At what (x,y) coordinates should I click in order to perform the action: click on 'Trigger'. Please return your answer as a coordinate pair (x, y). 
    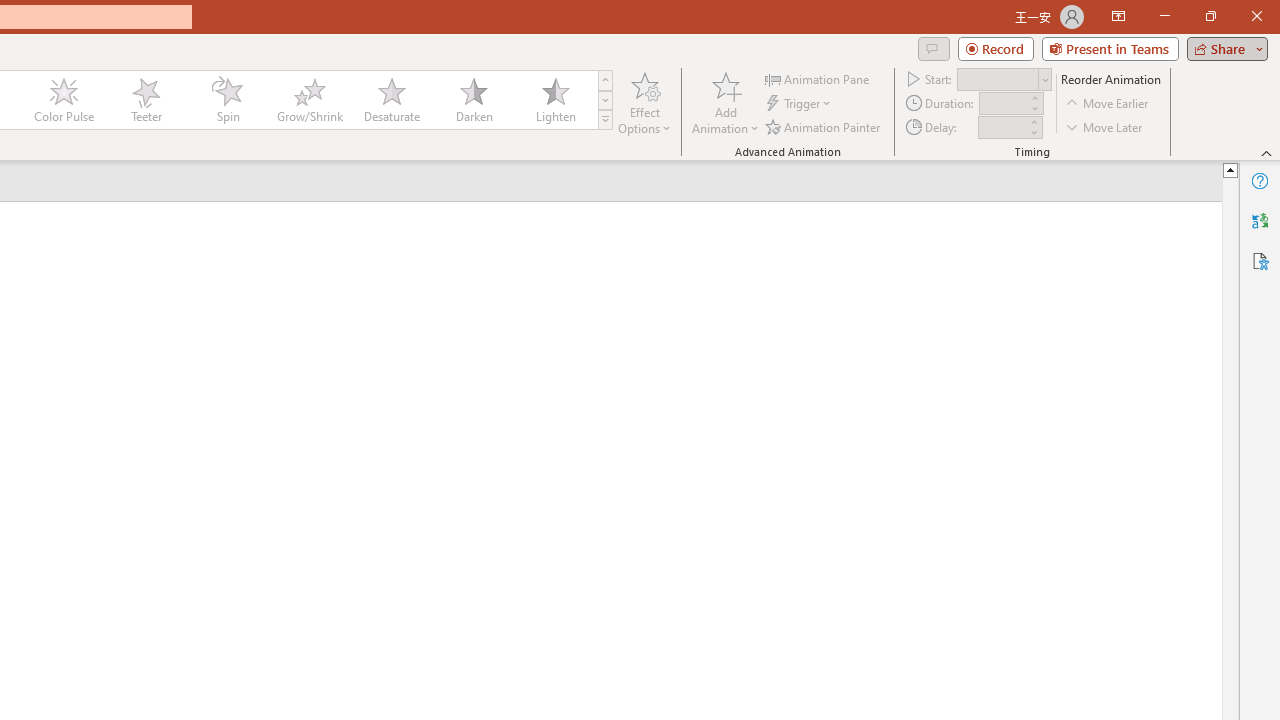
    Looking at the image, I should click on (800, 103).